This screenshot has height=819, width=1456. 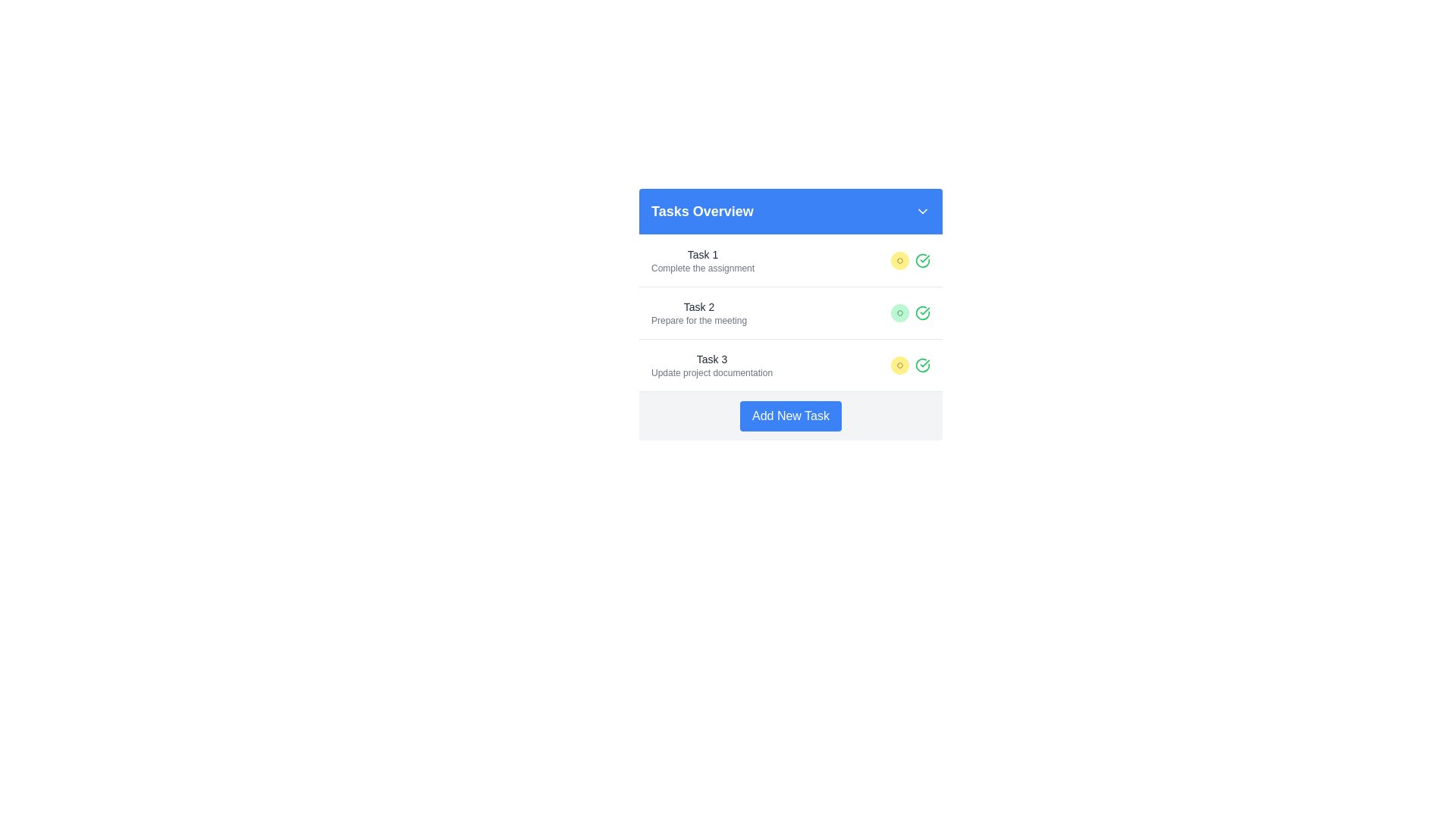 I want to click on the circular green icon with a checkmark, indicating a successful state, located at the end of the row for 'Task 2: Prepare for the meeting', so click(x=922, y=366).